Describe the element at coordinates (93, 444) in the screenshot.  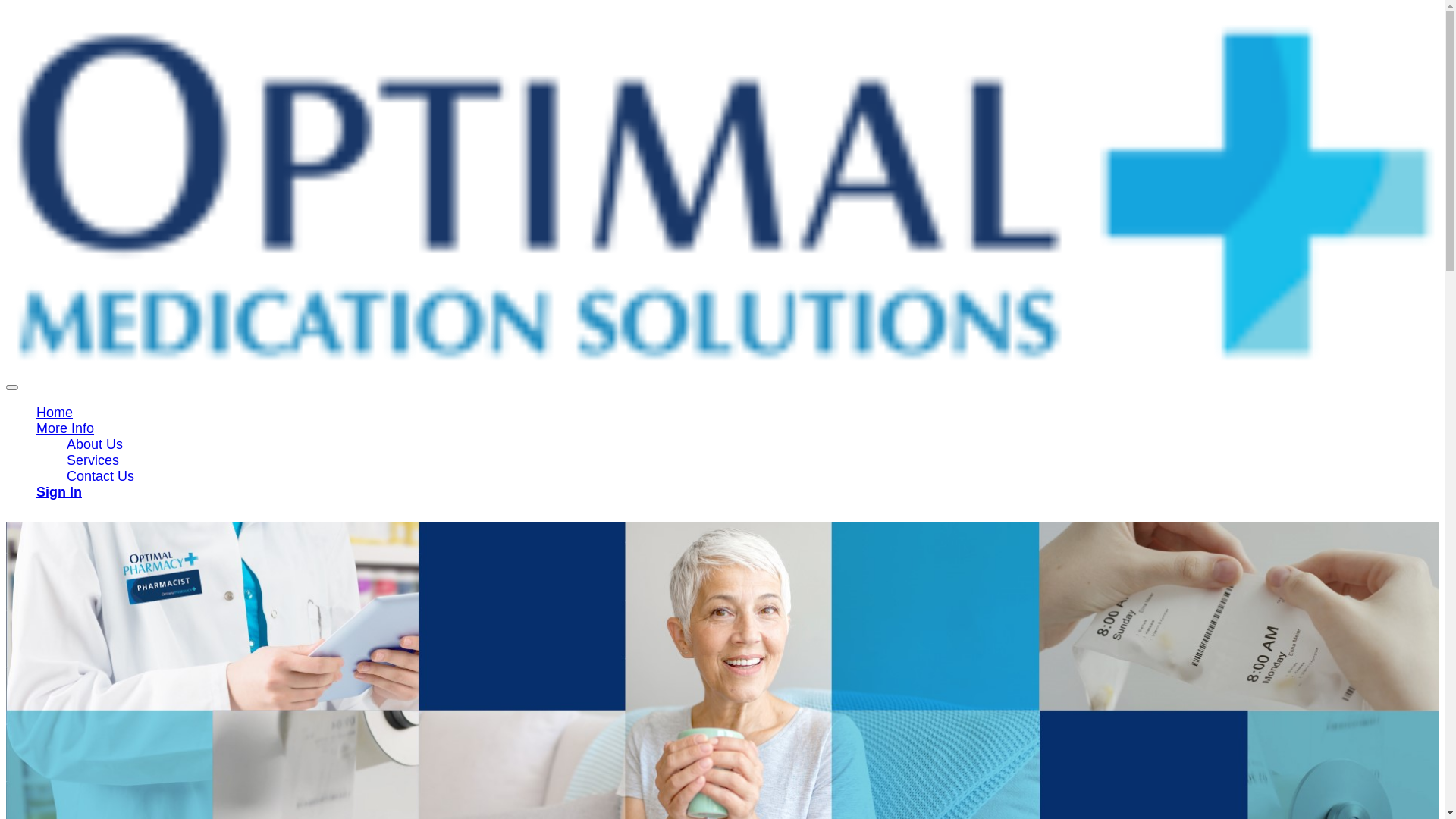
I see `'About Us'` at that location.